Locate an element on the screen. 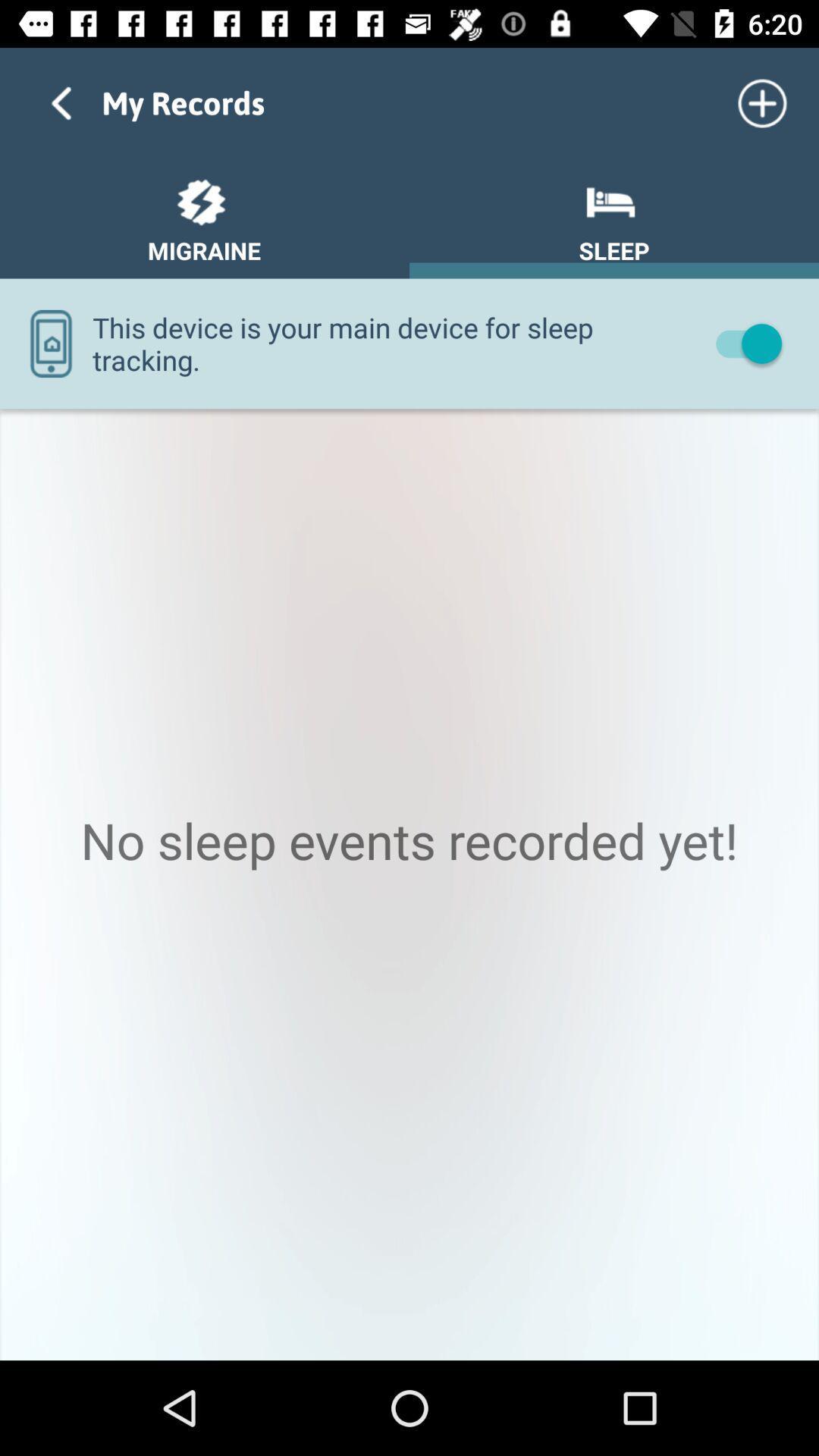 This screenshot has height=1456, width=819. icon at the center is located at coordinates (409, 884).